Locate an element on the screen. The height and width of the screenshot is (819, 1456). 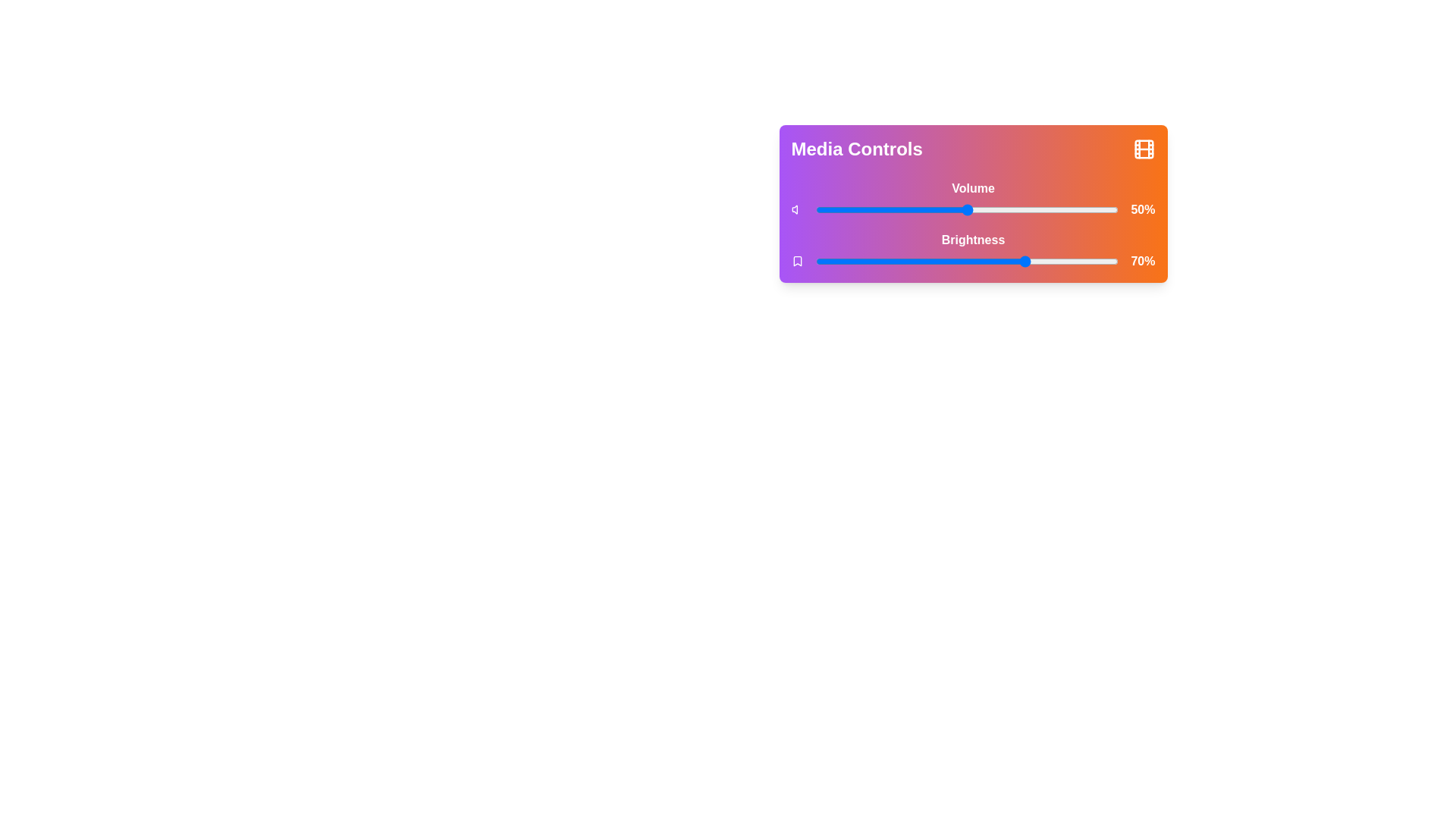
the volume slider to 67% is located at coordinates (1018, 210).